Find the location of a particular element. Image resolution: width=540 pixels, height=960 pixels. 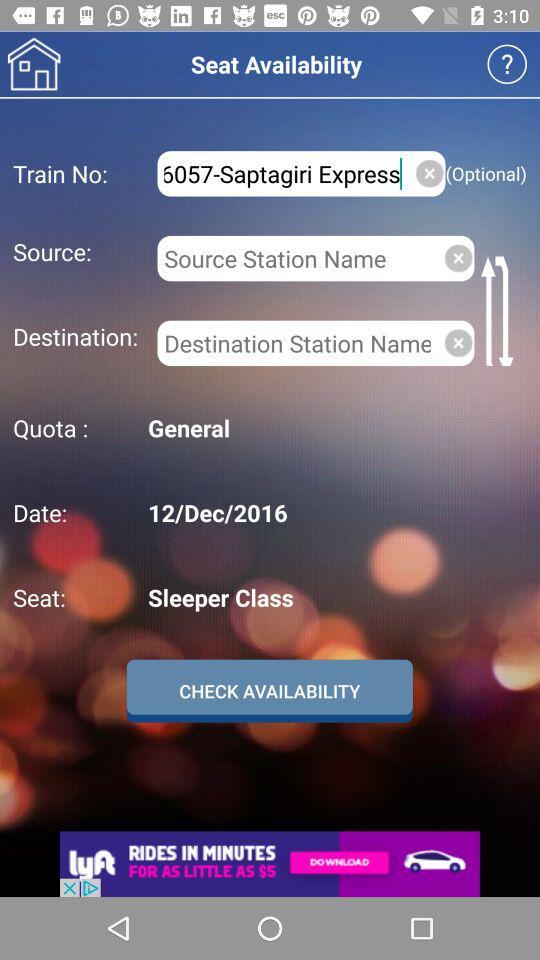

close is located at coordinates (428, 172).